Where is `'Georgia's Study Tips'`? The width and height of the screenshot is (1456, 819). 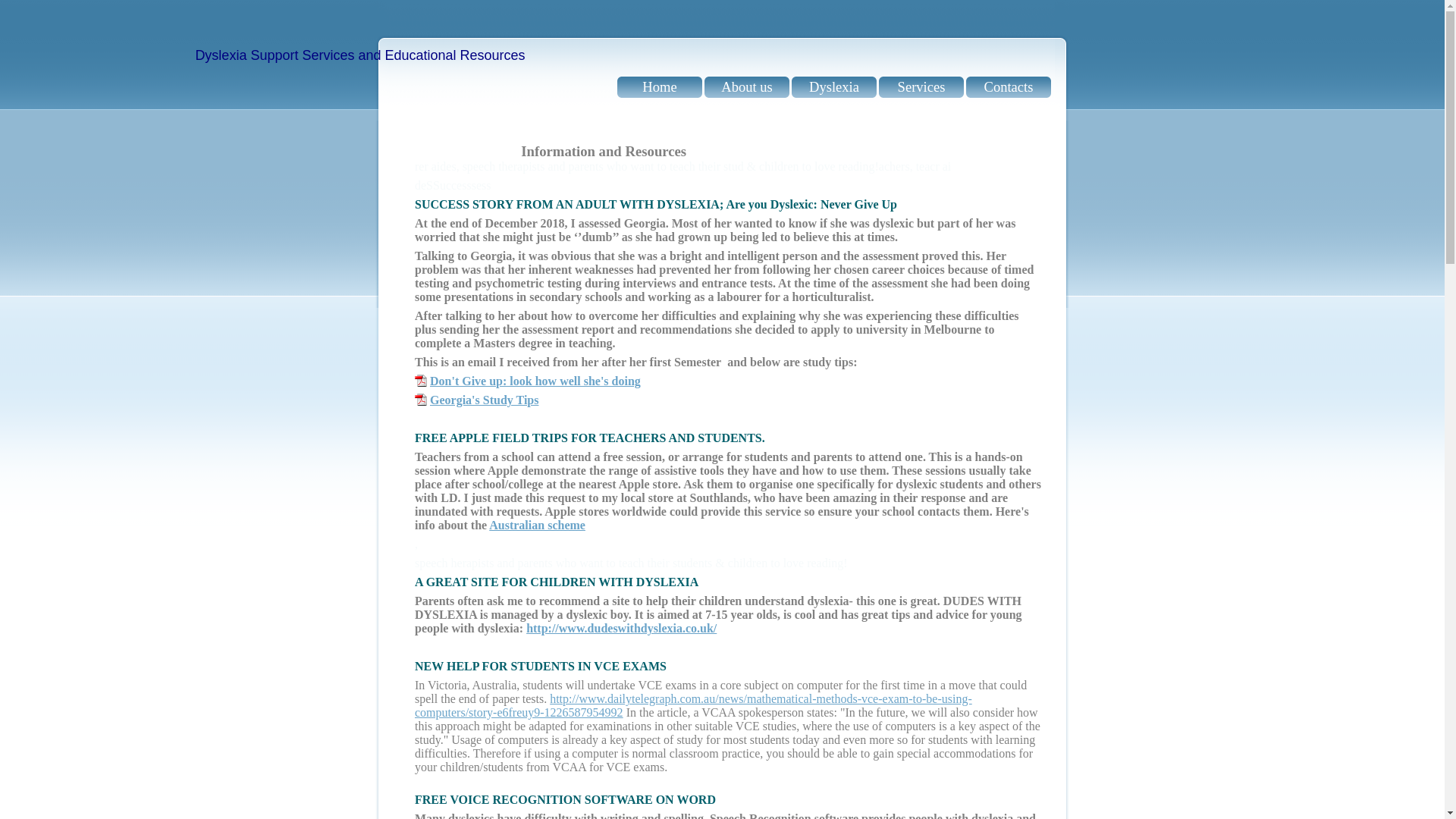
'Georgia's Study Tips' is located at coordinates (483, 399).